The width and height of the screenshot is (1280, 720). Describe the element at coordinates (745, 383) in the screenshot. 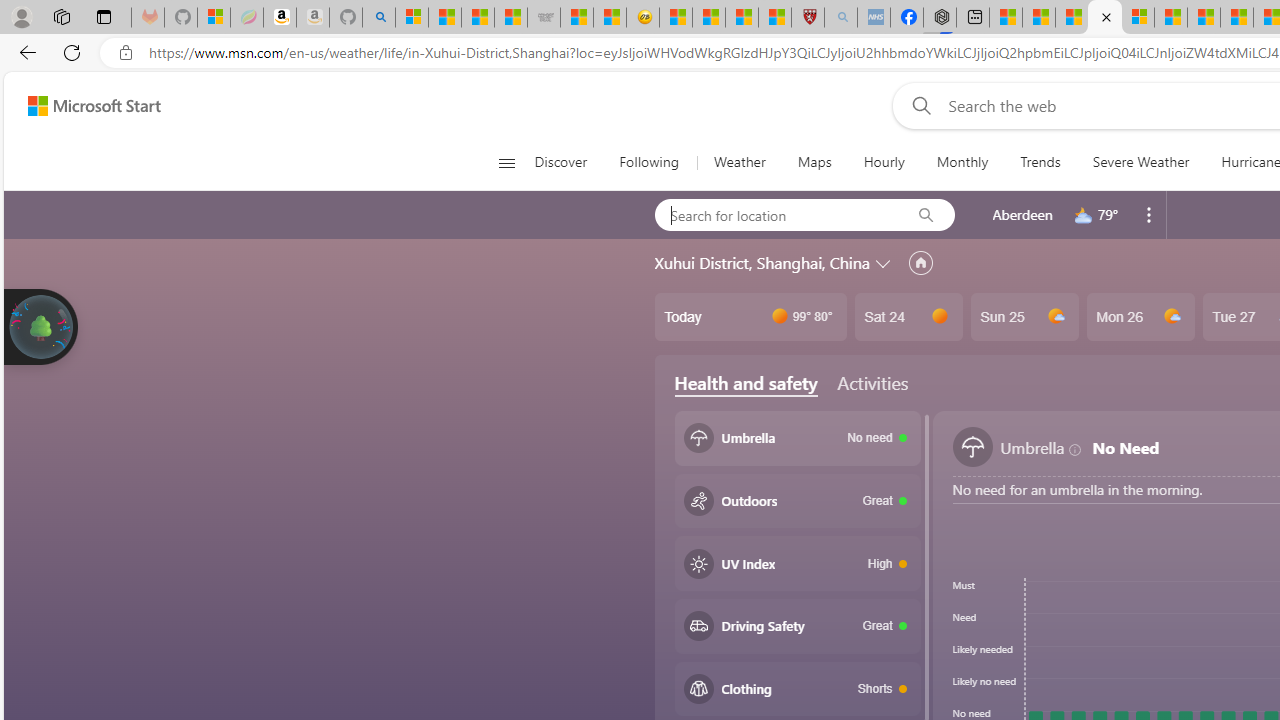

I see `'Health and safety'` at that location.